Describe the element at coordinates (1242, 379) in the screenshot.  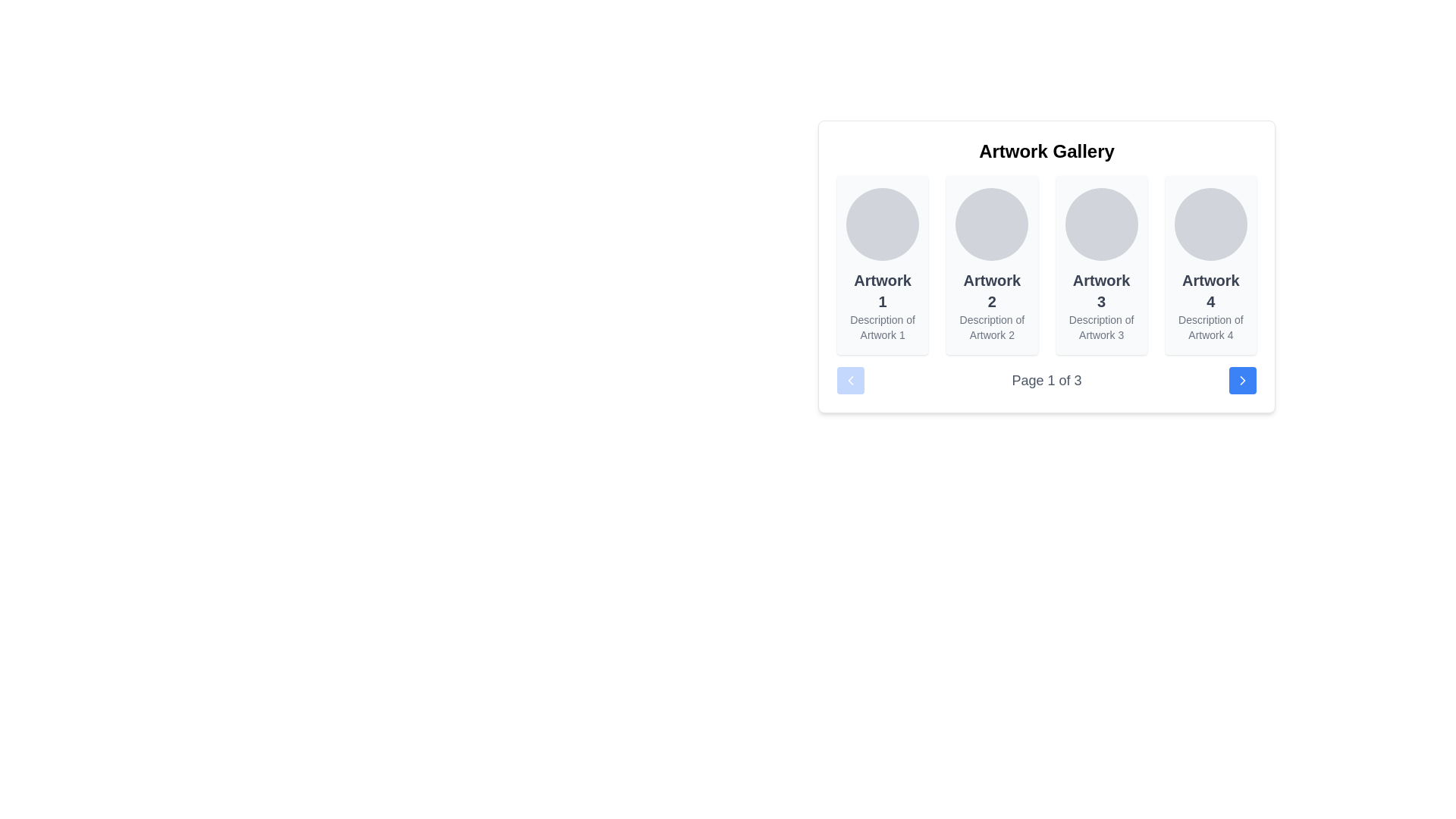
I see `the right-pointing chevron arrow icon within the blue circular button located at the bottom-right corner of the artwork gallery interface` at that location.